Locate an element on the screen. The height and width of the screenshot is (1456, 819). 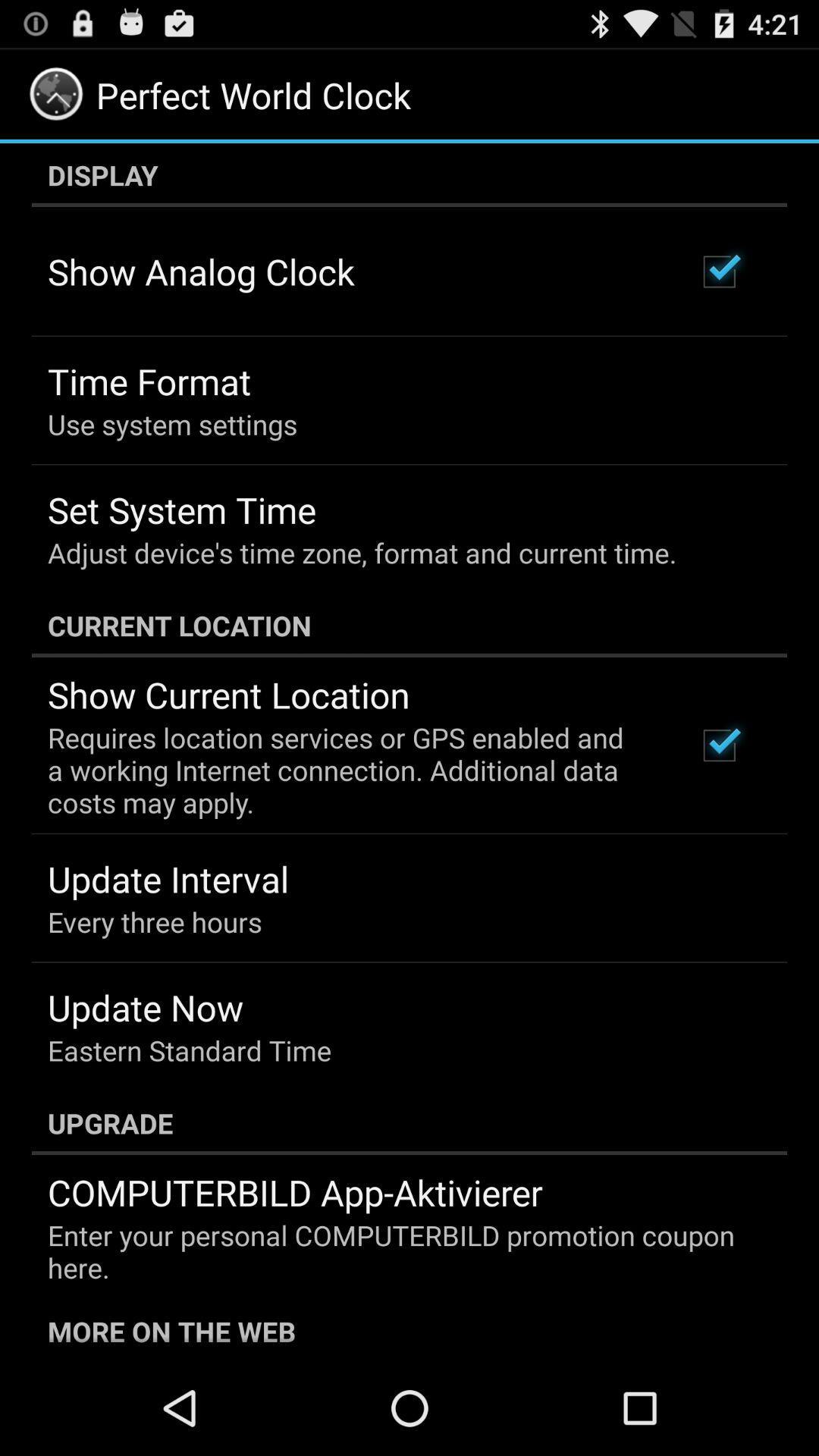
more on the icon is located at coordinates (409, 1329).